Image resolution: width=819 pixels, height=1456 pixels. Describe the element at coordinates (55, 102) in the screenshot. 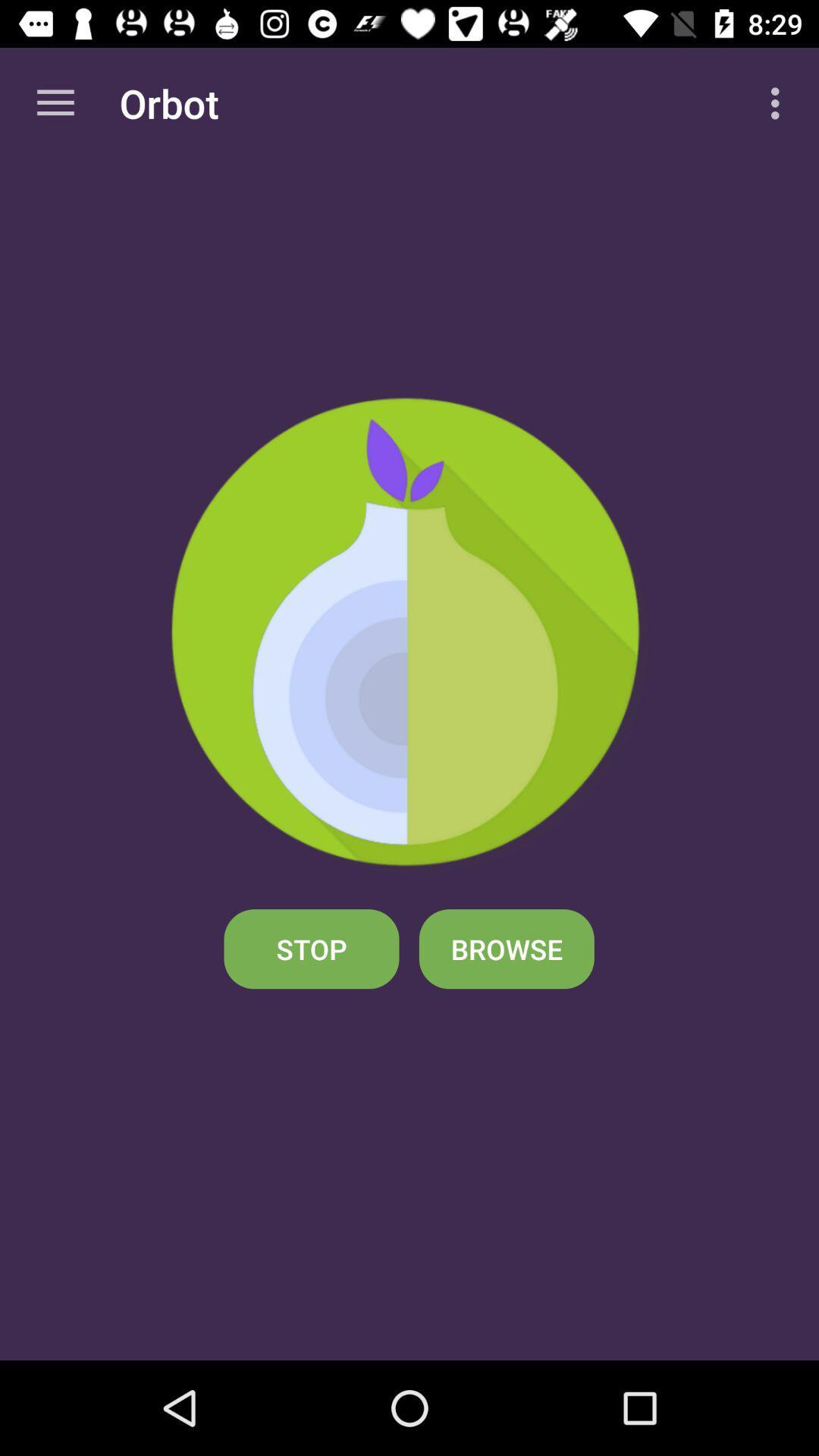

I see `the app to the left of the orbot app` at that location.